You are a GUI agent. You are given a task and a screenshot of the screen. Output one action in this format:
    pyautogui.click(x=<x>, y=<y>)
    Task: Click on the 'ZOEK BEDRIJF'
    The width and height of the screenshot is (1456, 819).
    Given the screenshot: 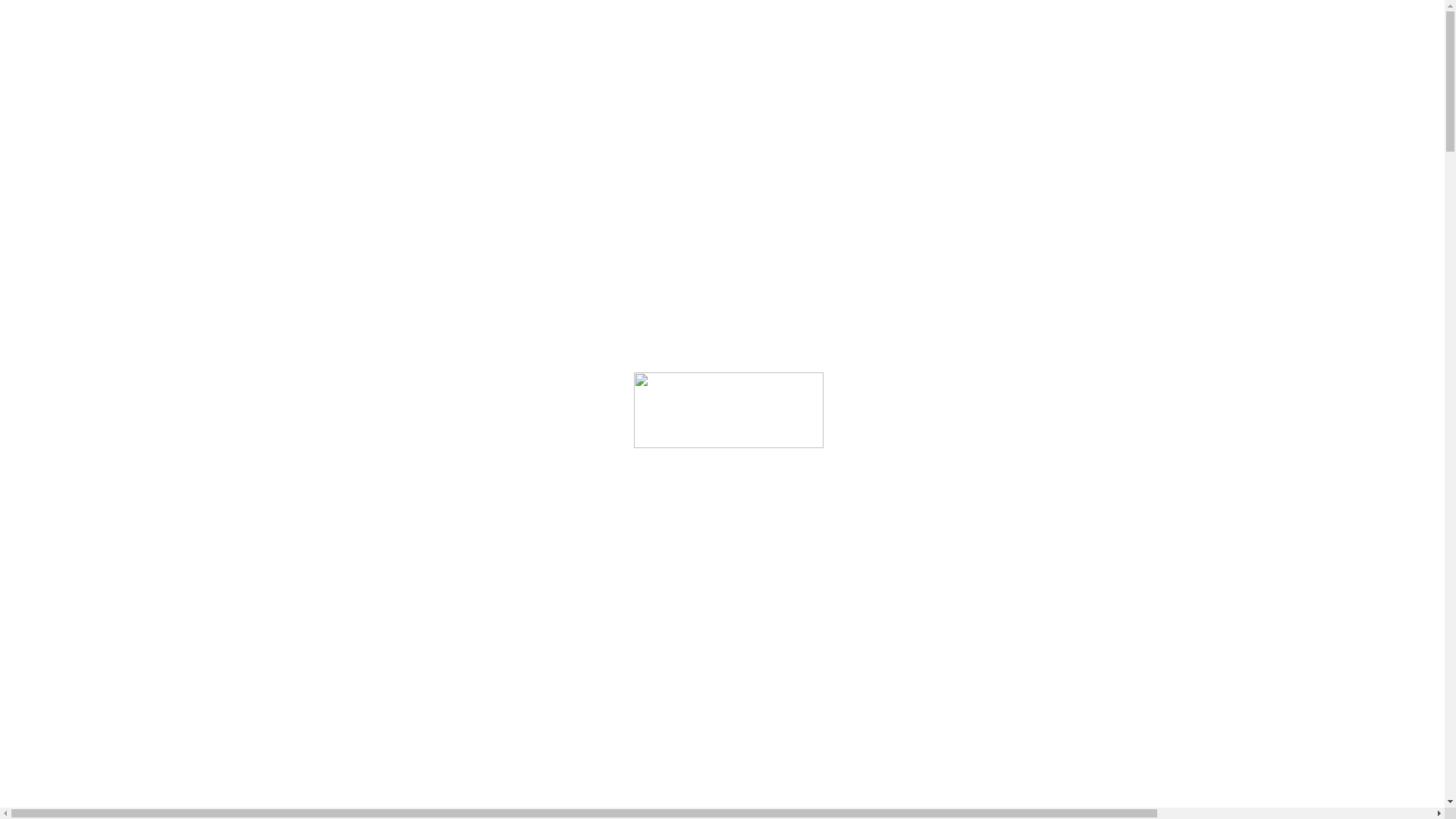 What is the action you would take?
    pyautogui.click(x=75, y=79)
    